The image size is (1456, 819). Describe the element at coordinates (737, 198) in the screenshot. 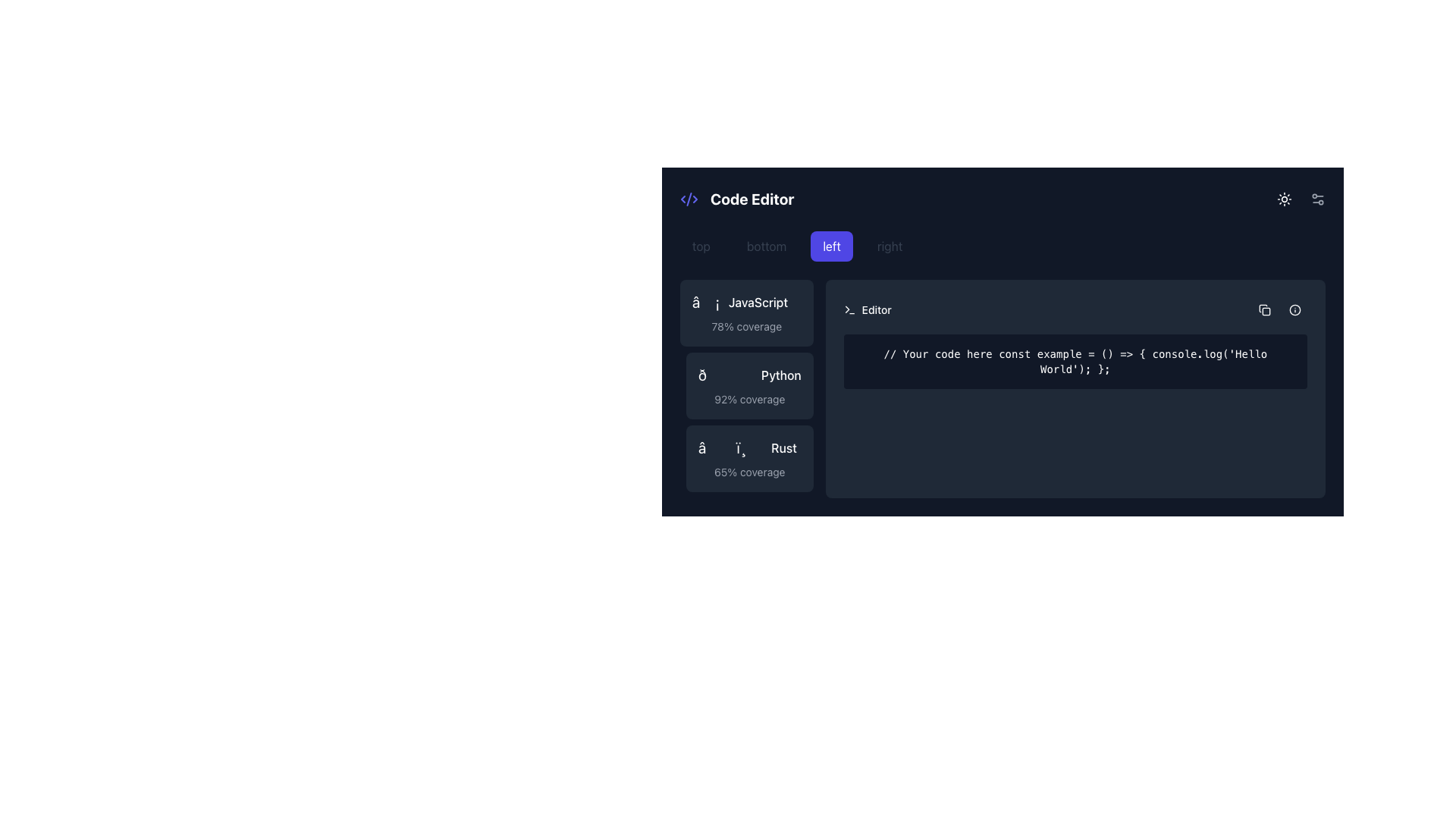

I see `the Label with an icon that serves as the title or header for the interface section, located at the top-left of the visible interface` at that location.